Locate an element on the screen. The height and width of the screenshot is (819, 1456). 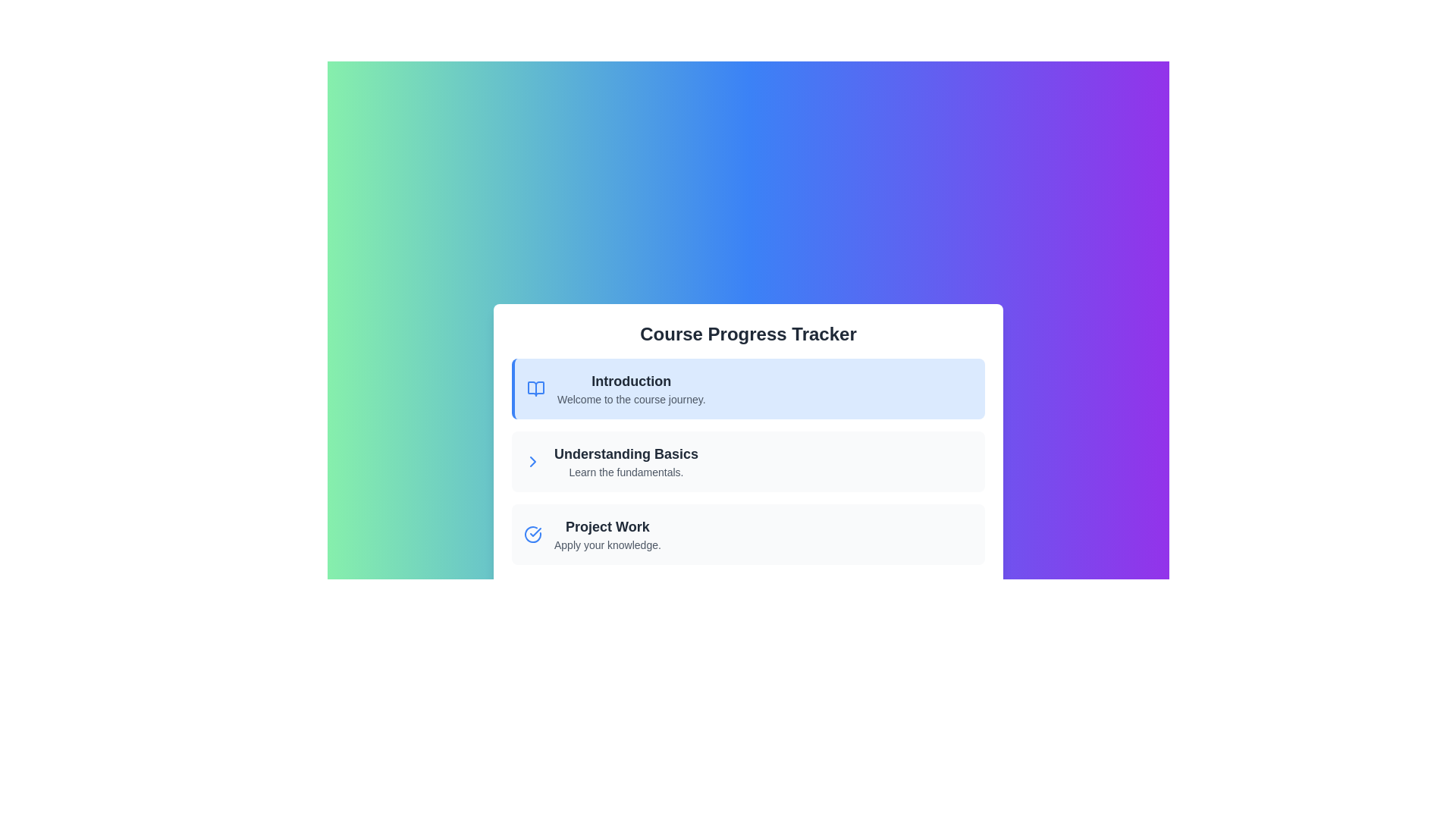
the List Item labeled 'Understanding Basics' for accessibility is located at coordinates (626, 461).